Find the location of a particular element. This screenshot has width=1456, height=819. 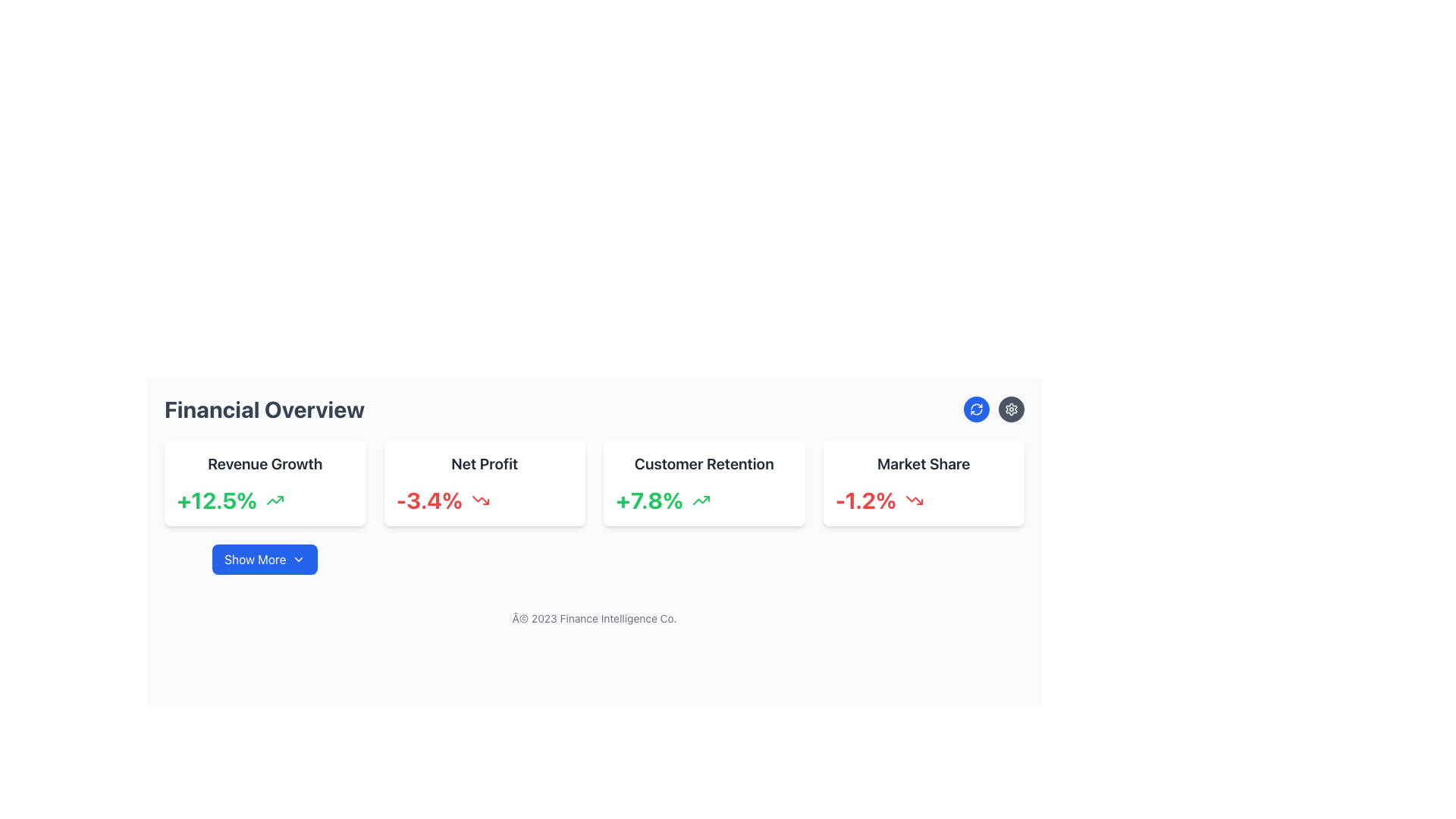

text value '-3.4%' displayed in bold red font, accompanied by a downward-facing arrow symbol, located under the 'Net Profit' title is located at coordinates (484, 500).